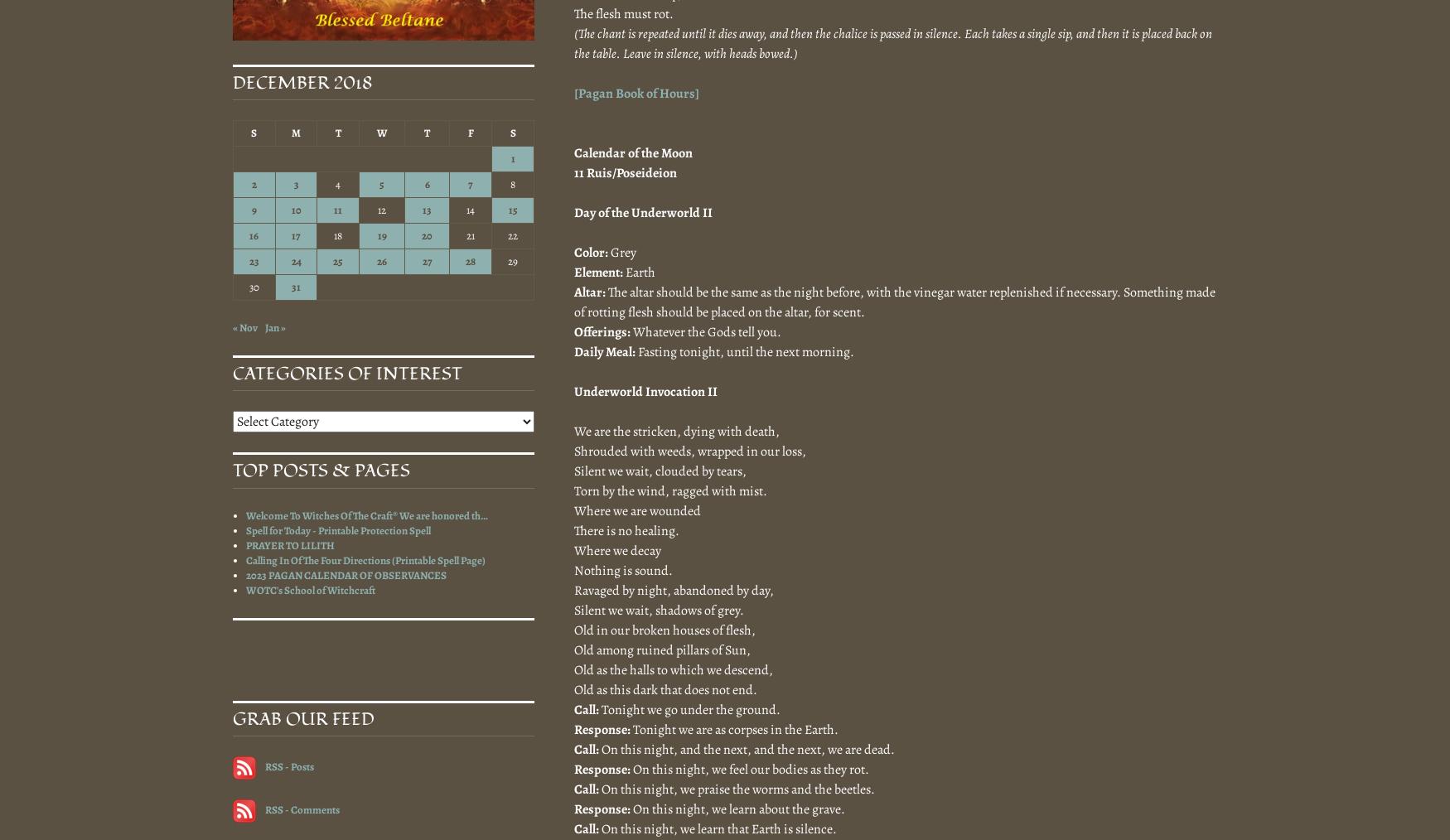 The width and height of the screenshot is (1450, 840). What do you see at coordinates (381, 183) in the screenshot?
I see `'5'` at bounding box center [381, 183].